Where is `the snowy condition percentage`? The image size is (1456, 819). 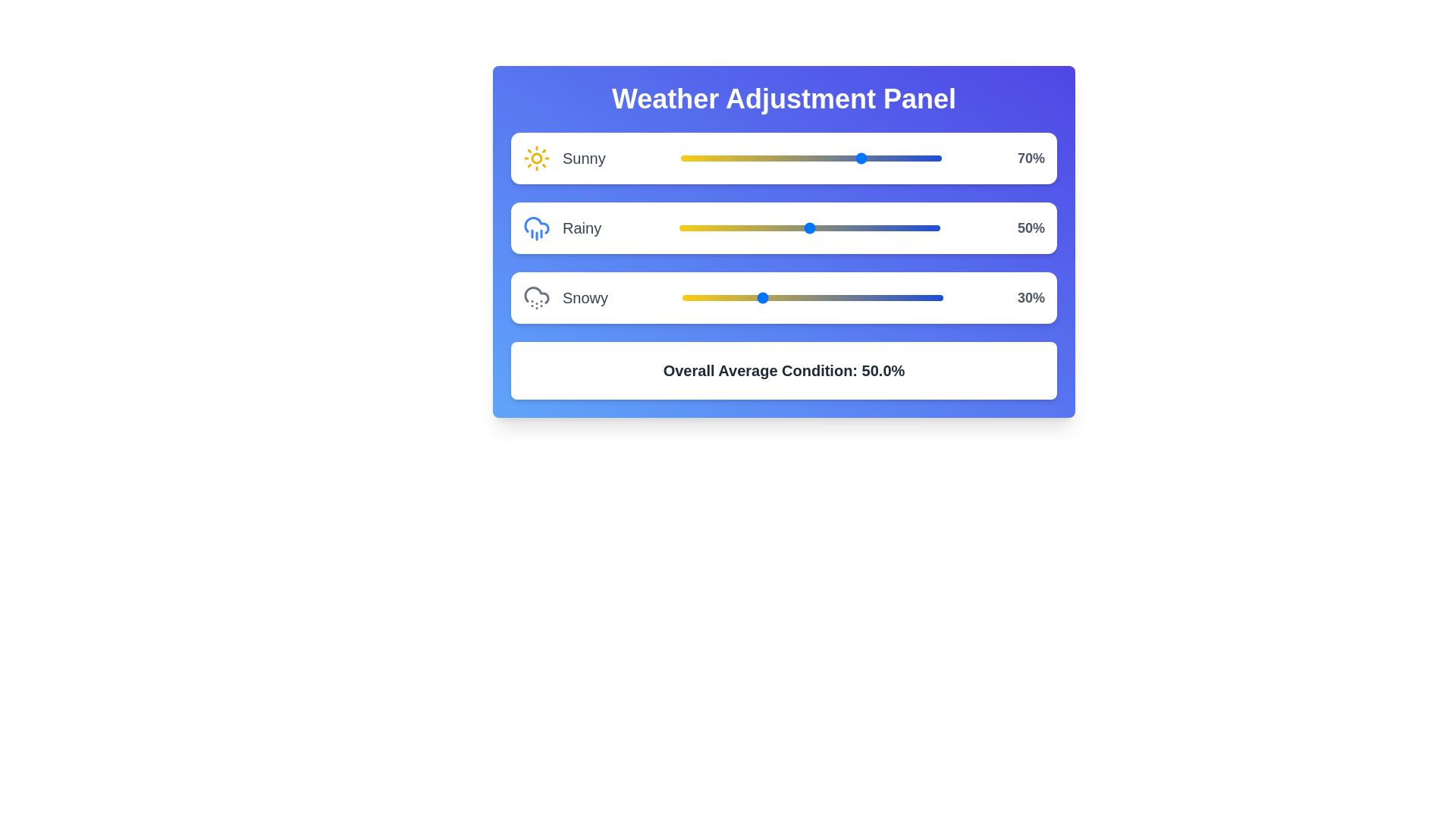
the snowy condition percentage is located at coordinates (809, 298).